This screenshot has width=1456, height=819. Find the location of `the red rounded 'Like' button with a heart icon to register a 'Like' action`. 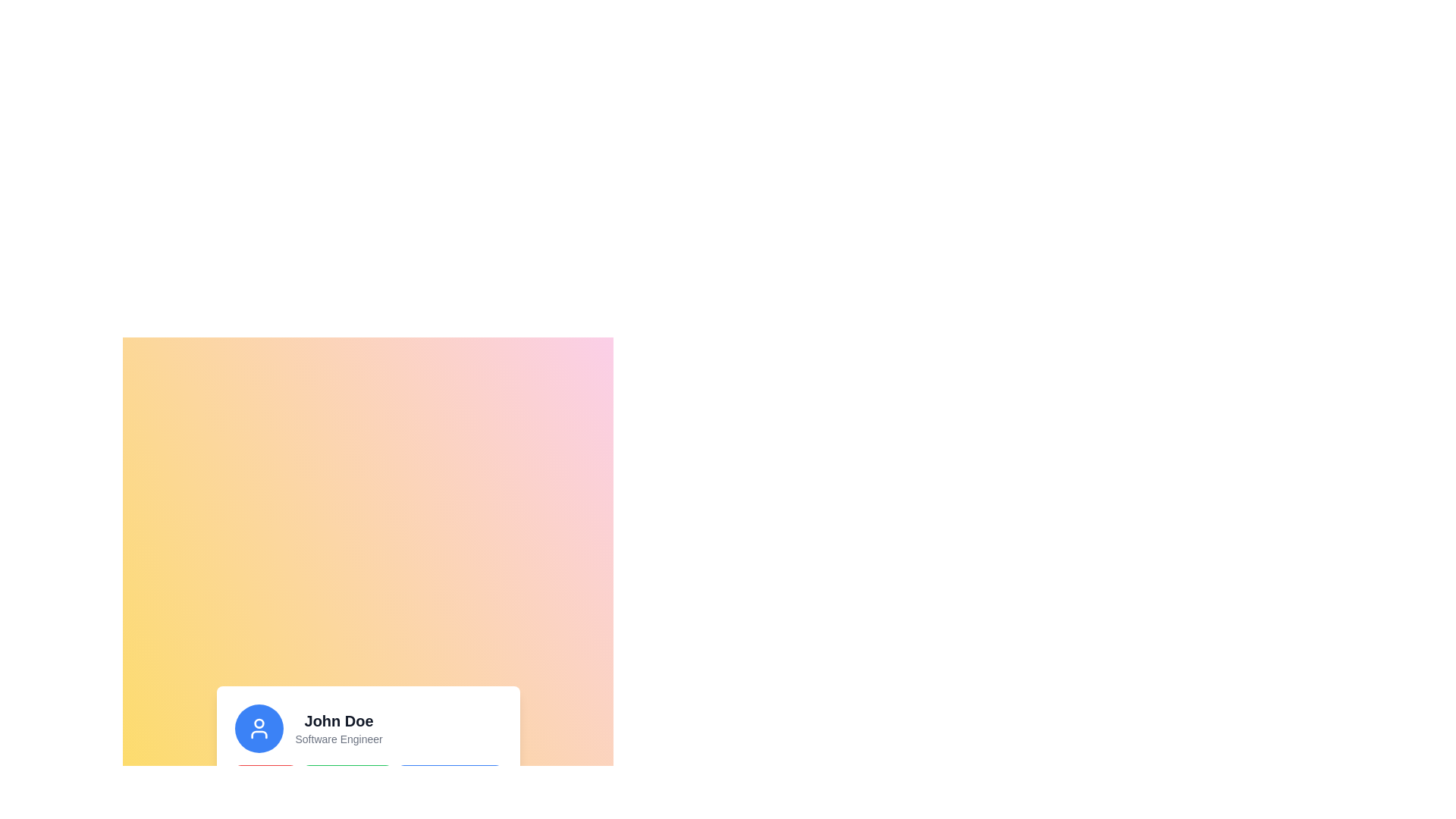

the red rounded 'Like' button with a heart icon to register a 'Like' action is located at coordinates (265, 777).